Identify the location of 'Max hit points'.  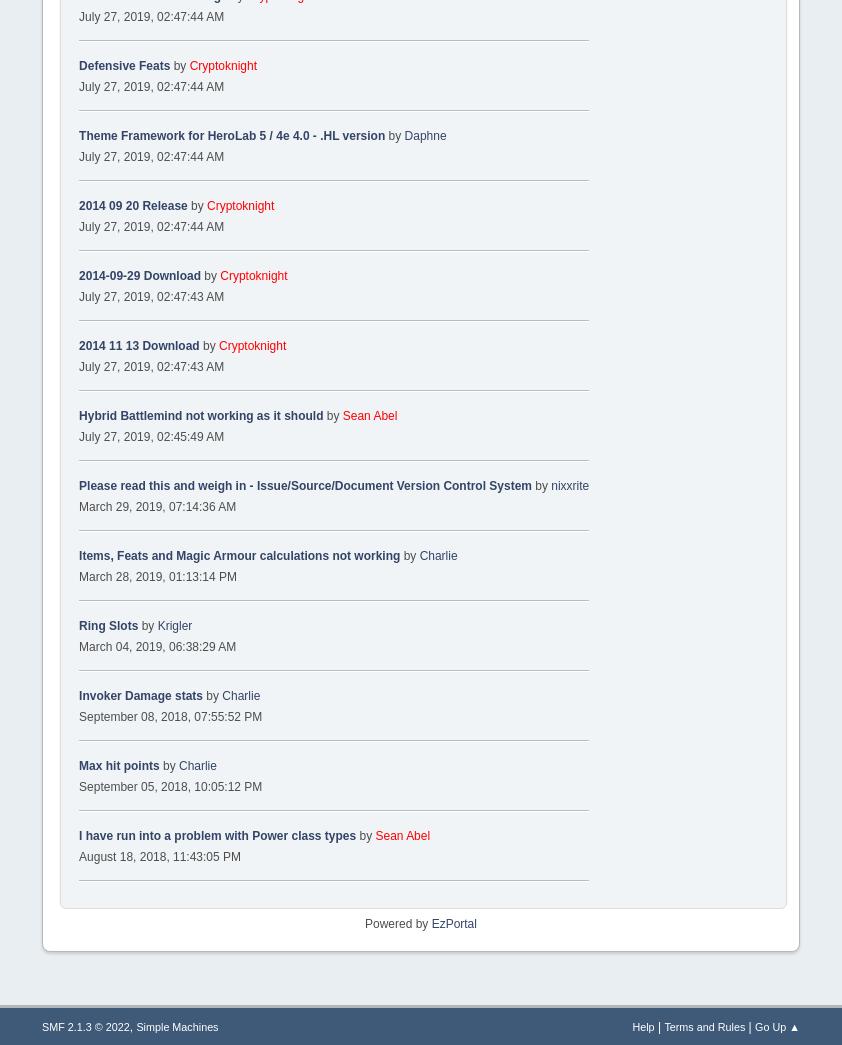
(117, 765).